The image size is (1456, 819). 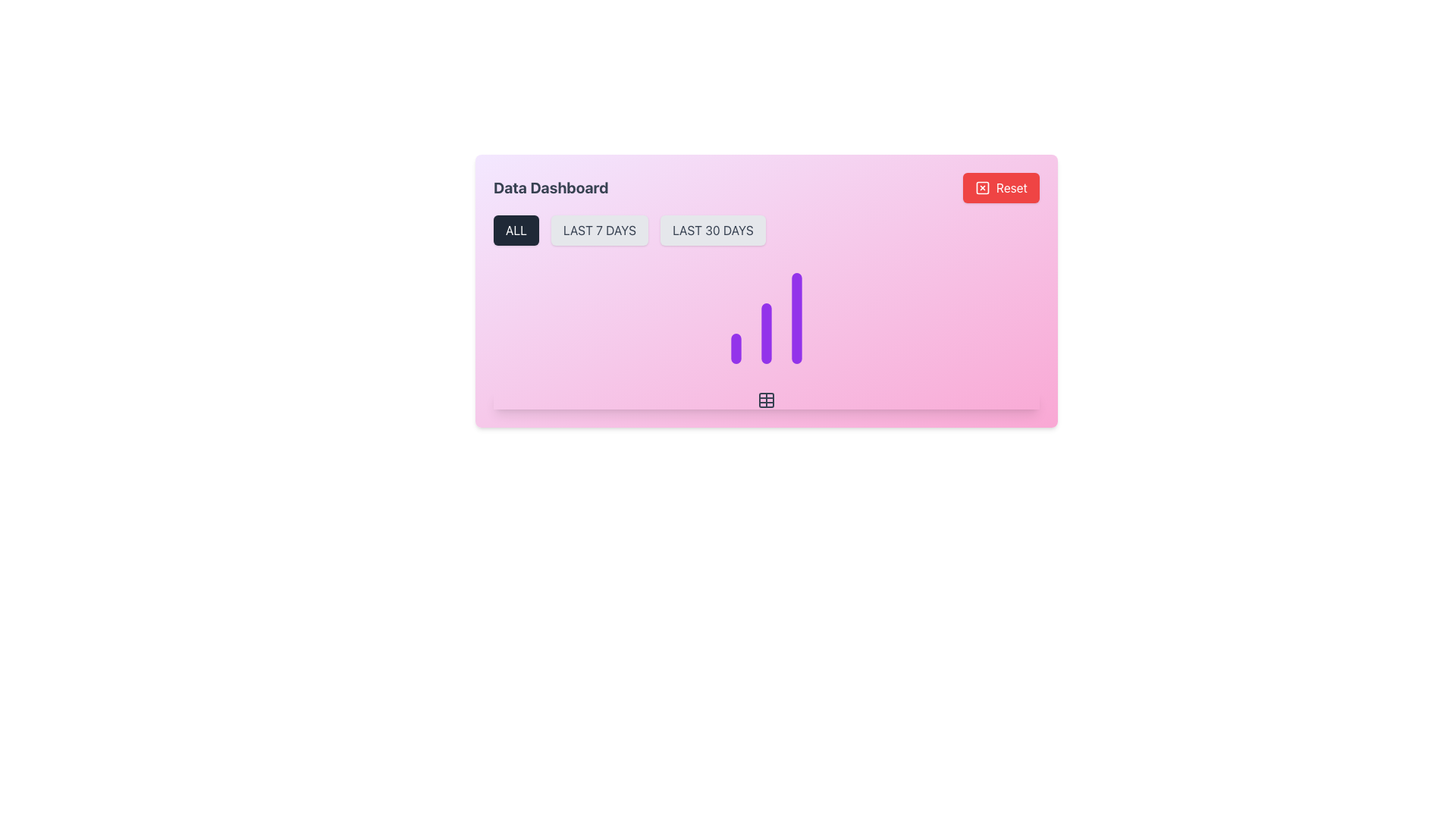 I want to click on the 'Reset' button located in the upper right corner of the widget, which features a white bold font on a red background and includes an icon (a square with an 'X'), so click(x=1012, y=187).